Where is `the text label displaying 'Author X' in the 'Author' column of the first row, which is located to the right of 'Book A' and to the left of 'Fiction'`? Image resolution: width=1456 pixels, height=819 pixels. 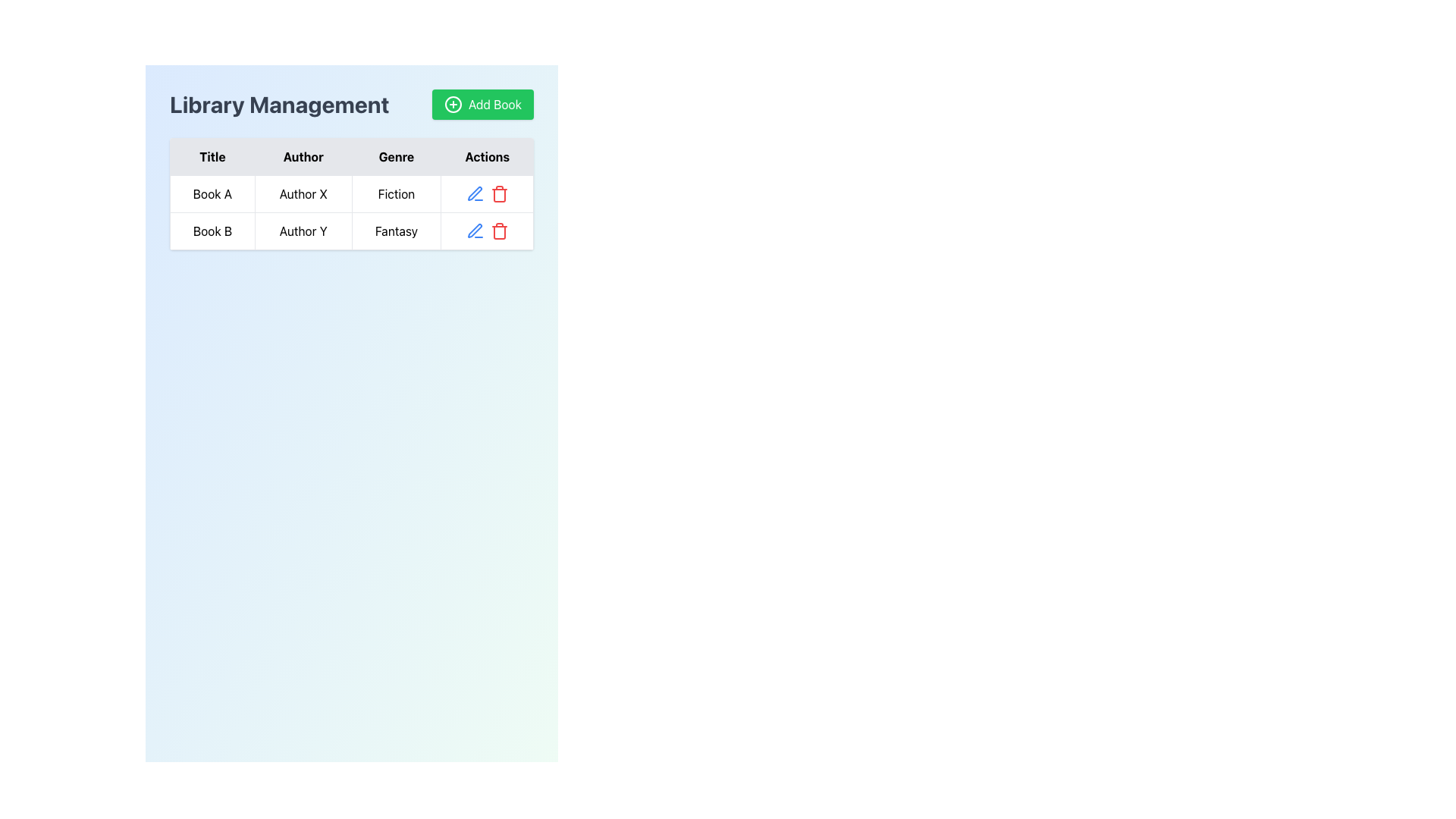 the text label displaying 'Author X' in the 'Author' column of the first row, which is located to the right of 'Book A' and to the left of 'Fiction' is located at coordinates (303, 193).